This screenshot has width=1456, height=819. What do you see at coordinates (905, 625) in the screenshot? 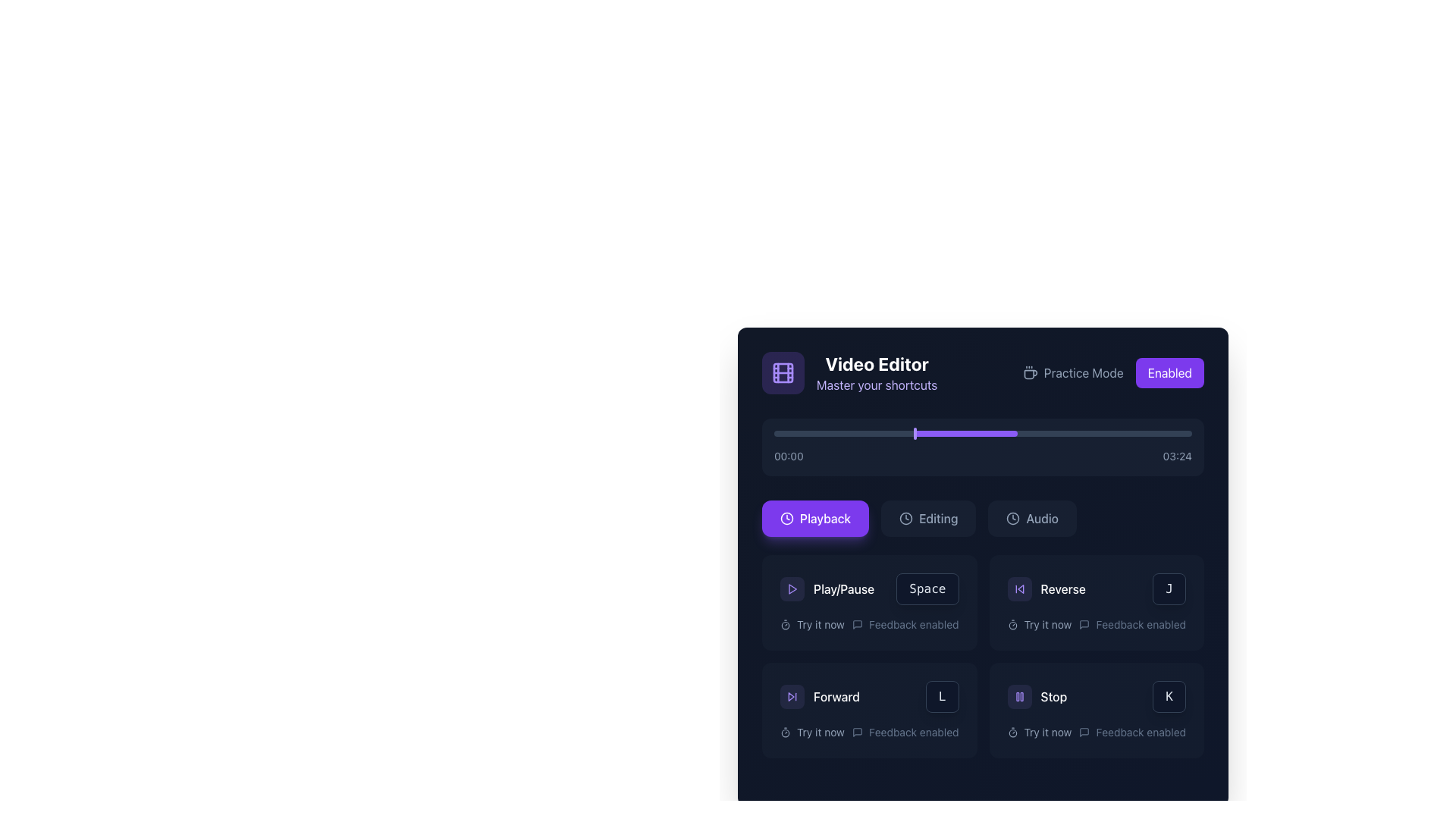
I see `the 'Feedback enabled' label with the accompanying message icon located in the 'Try it now' section of the video editor interface` at bounding box center [905, 625].